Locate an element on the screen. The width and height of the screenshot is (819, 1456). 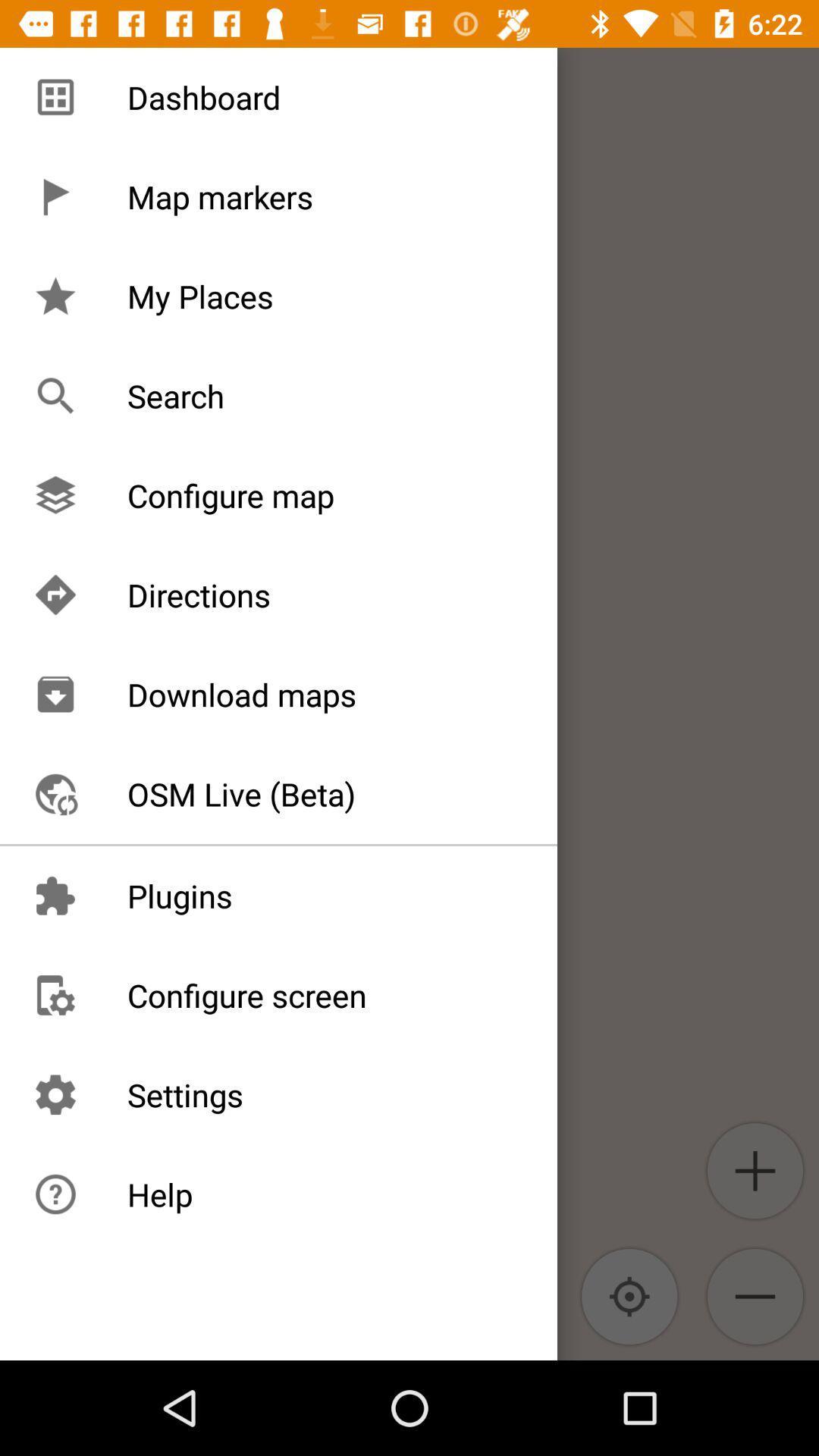
the add icon is located at coordinates (755, 1170).